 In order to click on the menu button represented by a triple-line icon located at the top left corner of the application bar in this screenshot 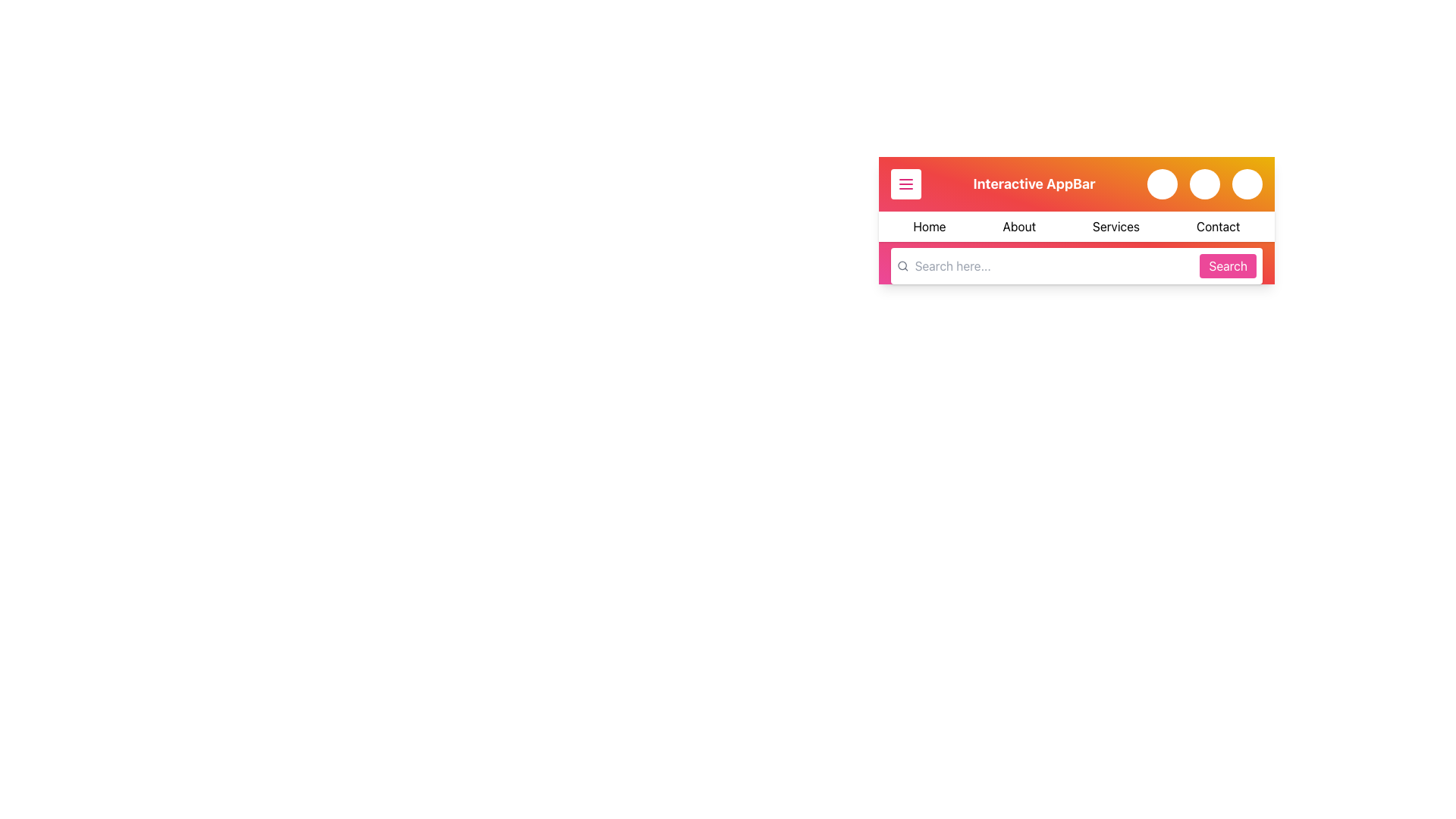, I will do `click(906, 184)`.